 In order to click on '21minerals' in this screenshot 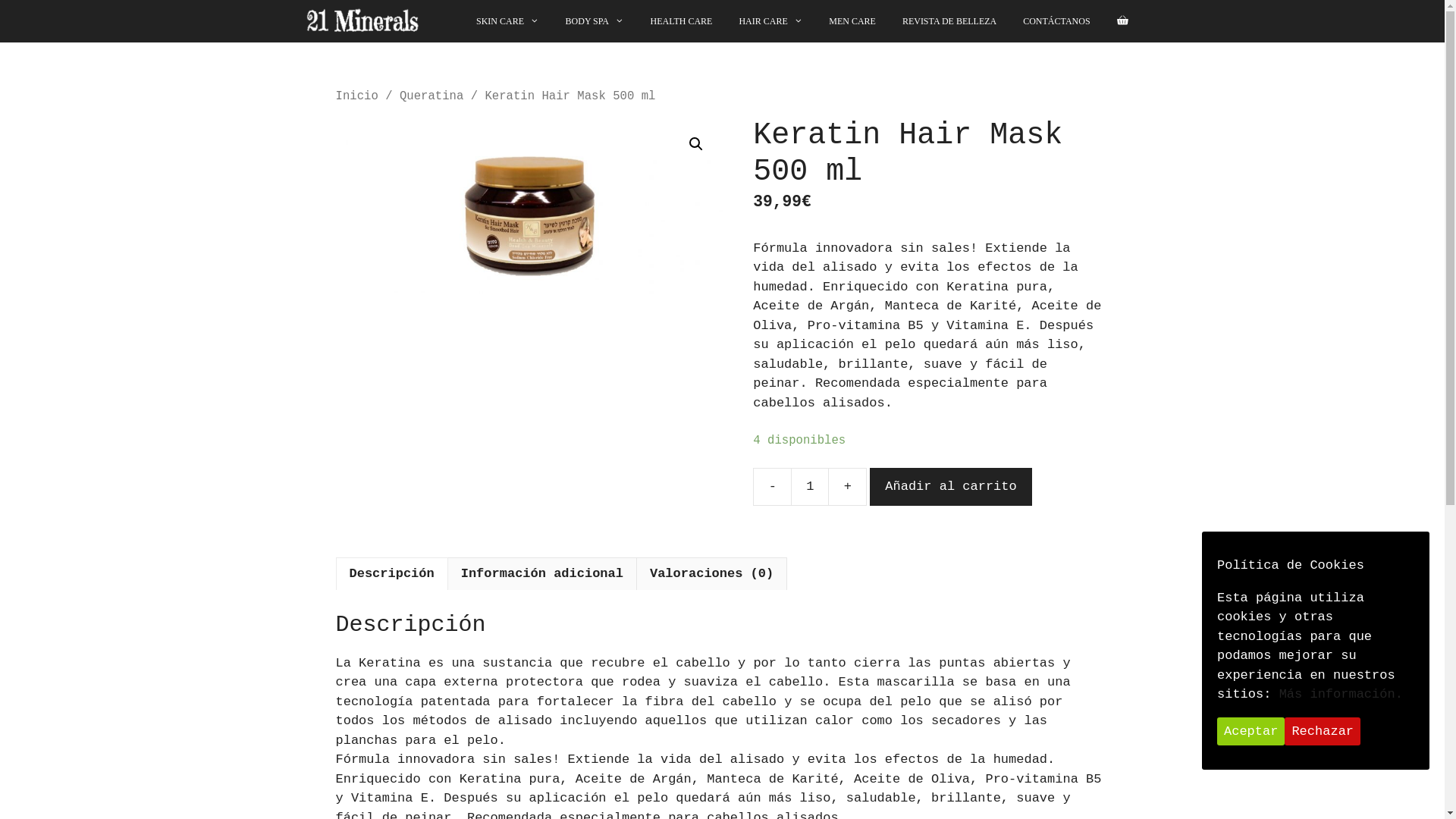, I will do `click(361, 20)`.